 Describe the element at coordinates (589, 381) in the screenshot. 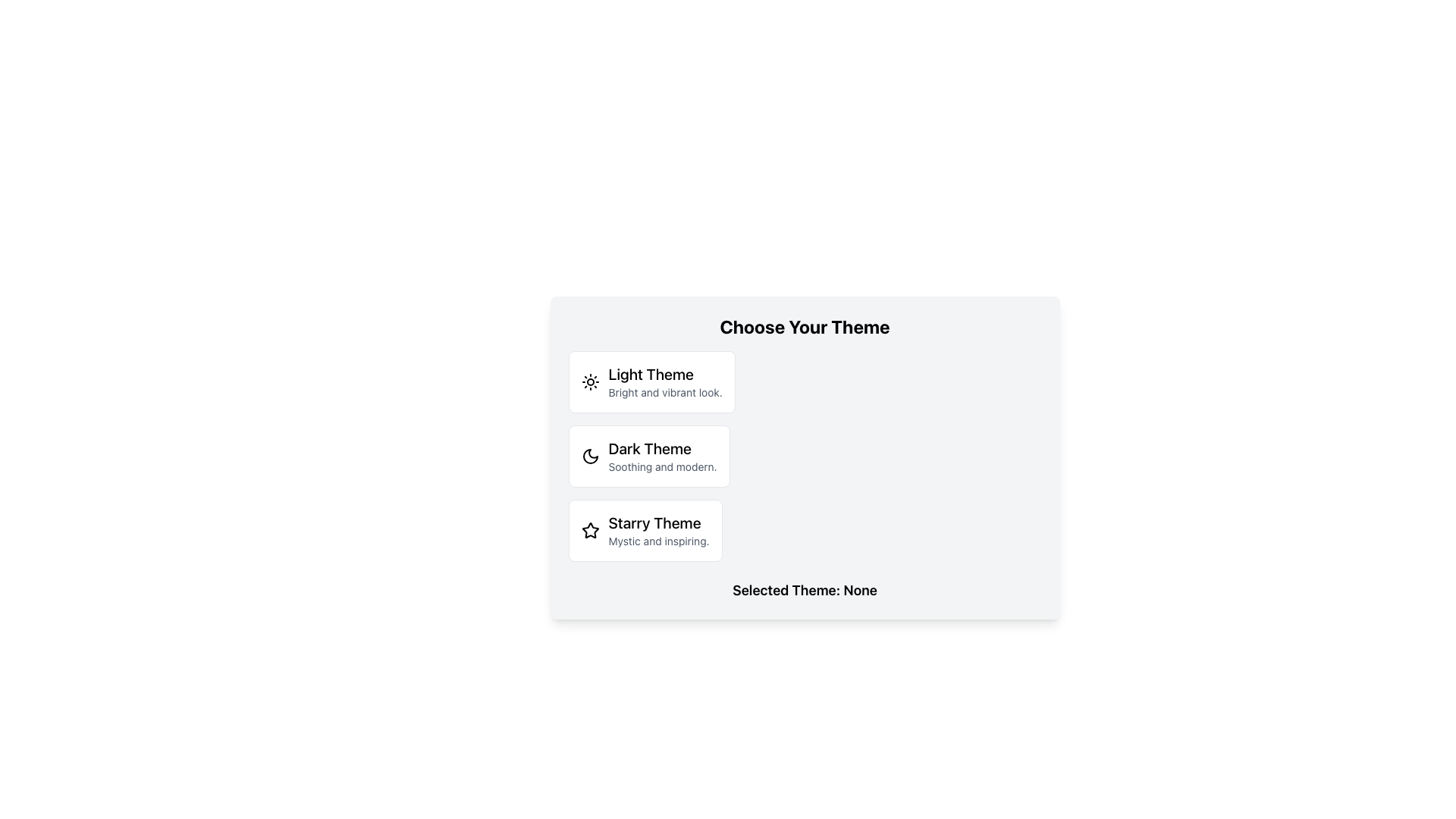

I see `sun icon located to the left of the 'Light Theme' text in the theme selection list for additional properties` at that location.